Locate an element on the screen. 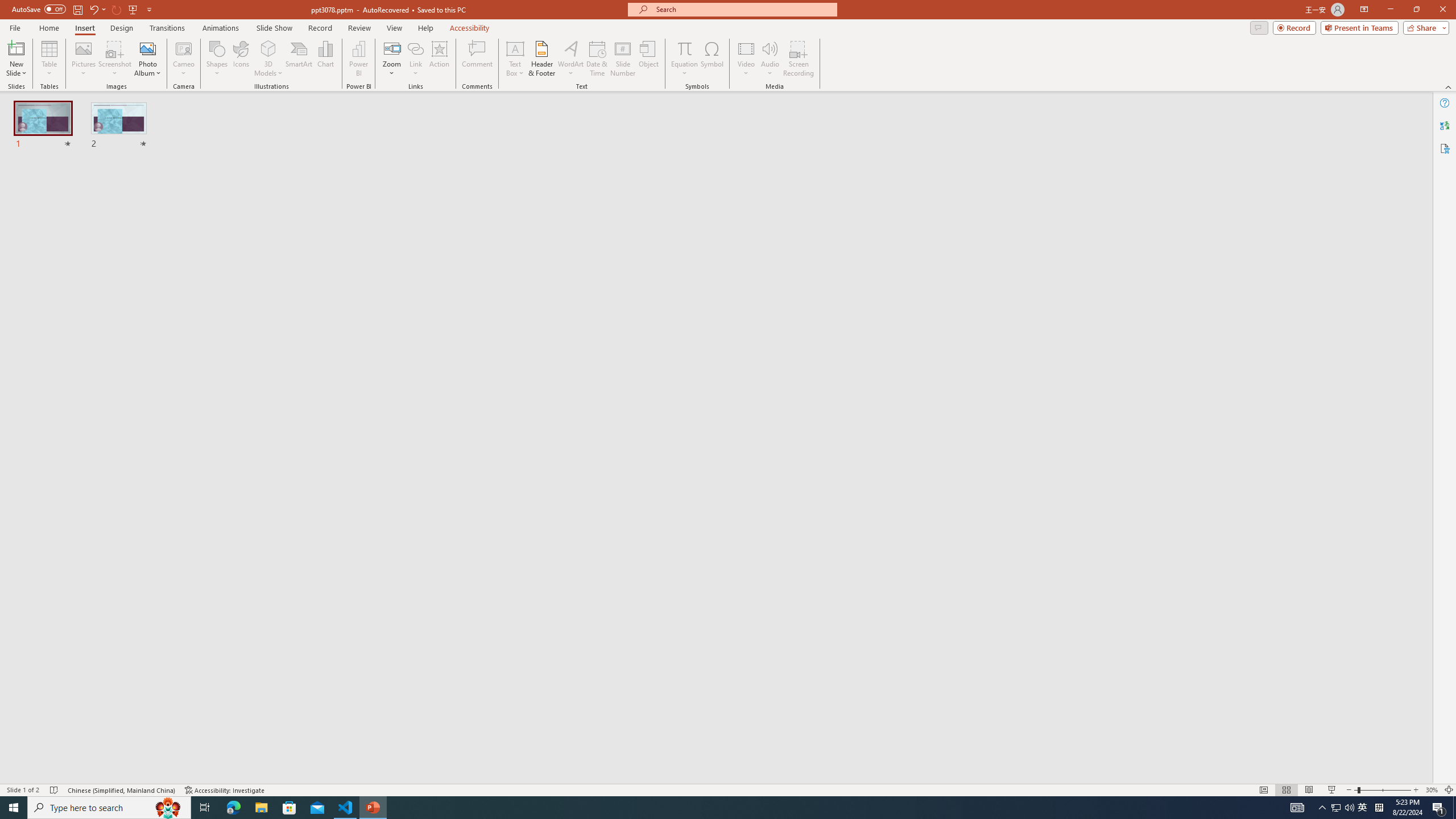  'Icons' is located at coordinates (241, 59).